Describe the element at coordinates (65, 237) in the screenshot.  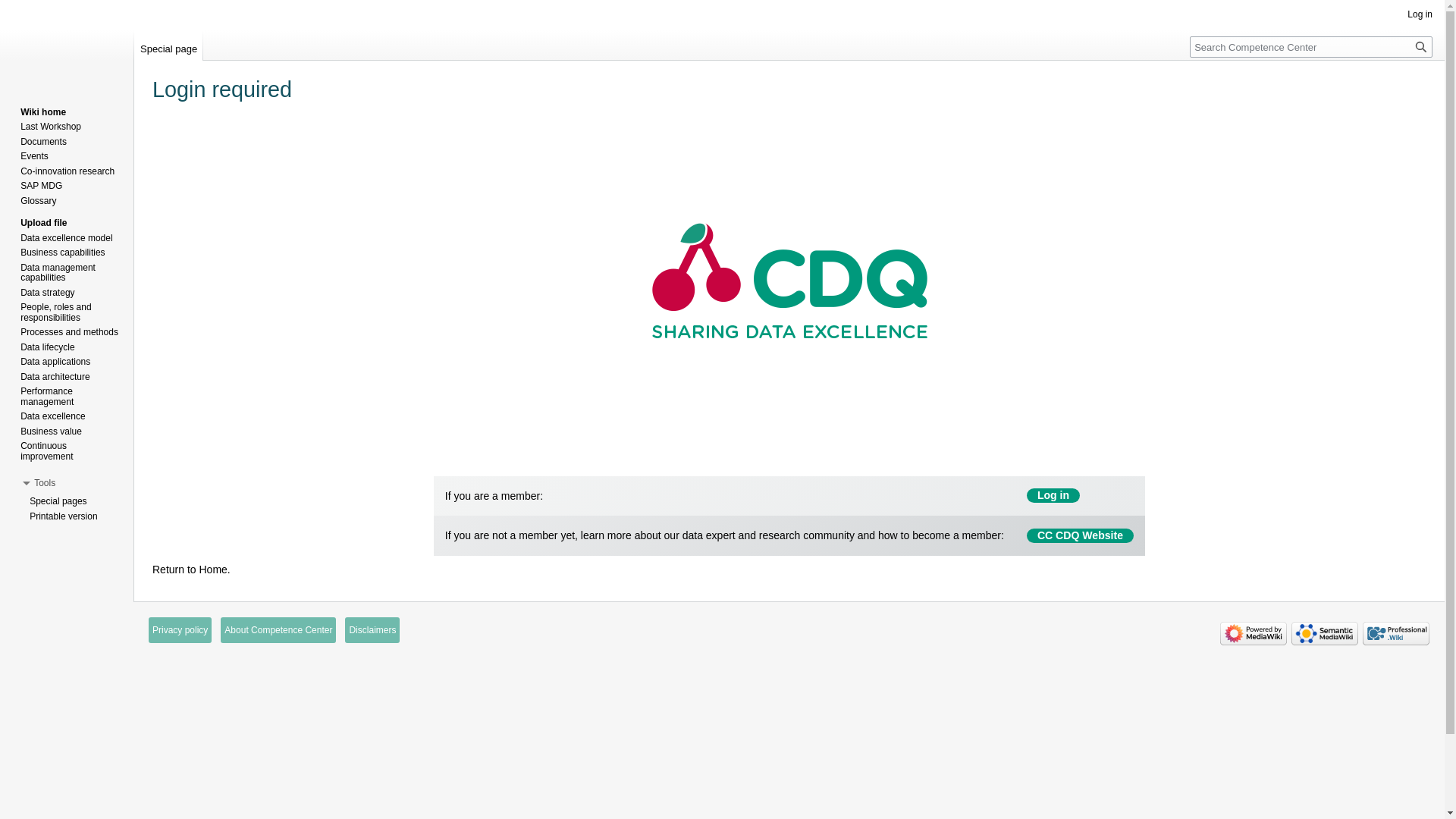
I see `'Data excellence model'` at that location.